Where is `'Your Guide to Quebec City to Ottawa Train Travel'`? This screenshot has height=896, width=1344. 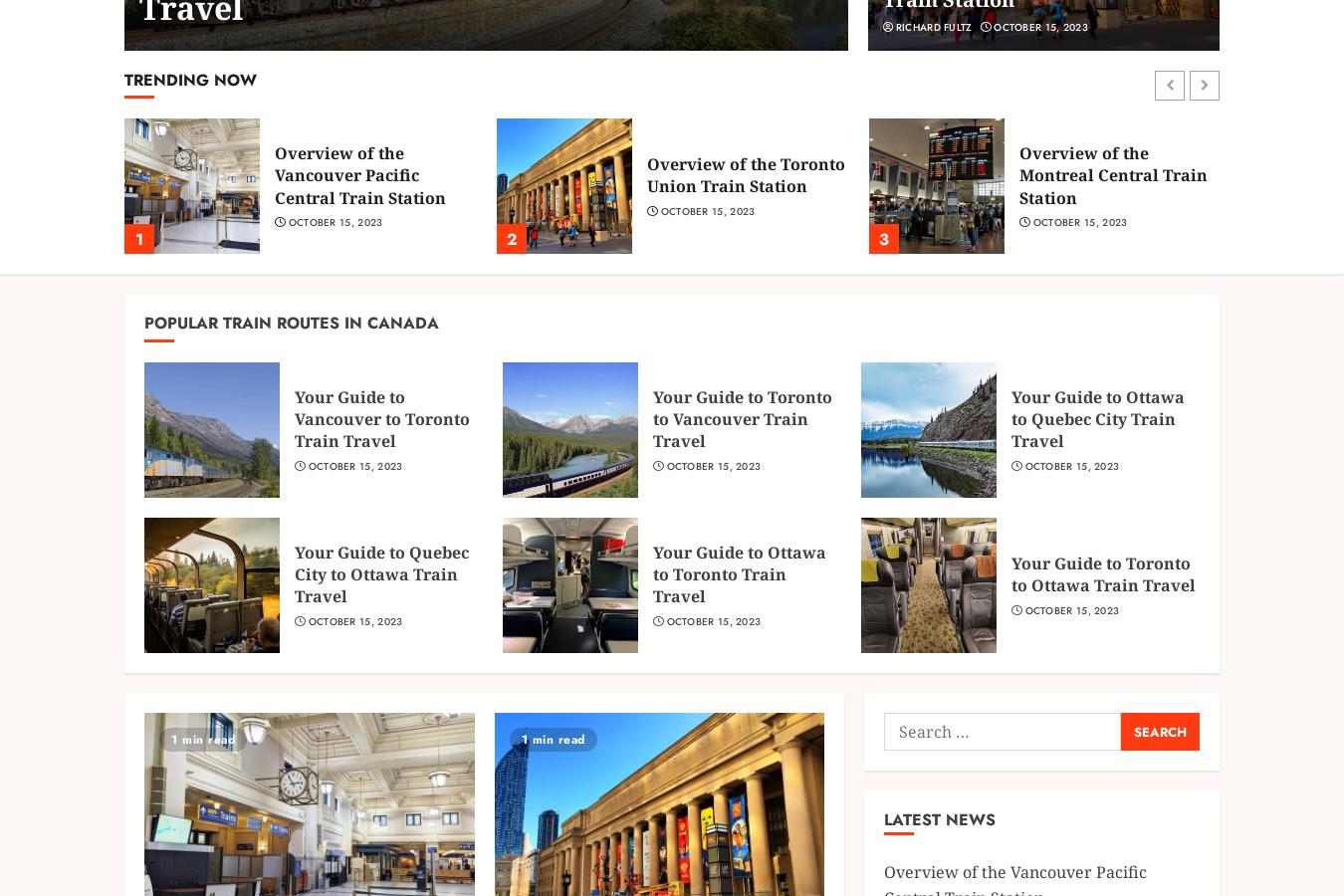 'Your Guide to Quebec City to Ottawa Train Travel' is located at coordinates (381, 573).